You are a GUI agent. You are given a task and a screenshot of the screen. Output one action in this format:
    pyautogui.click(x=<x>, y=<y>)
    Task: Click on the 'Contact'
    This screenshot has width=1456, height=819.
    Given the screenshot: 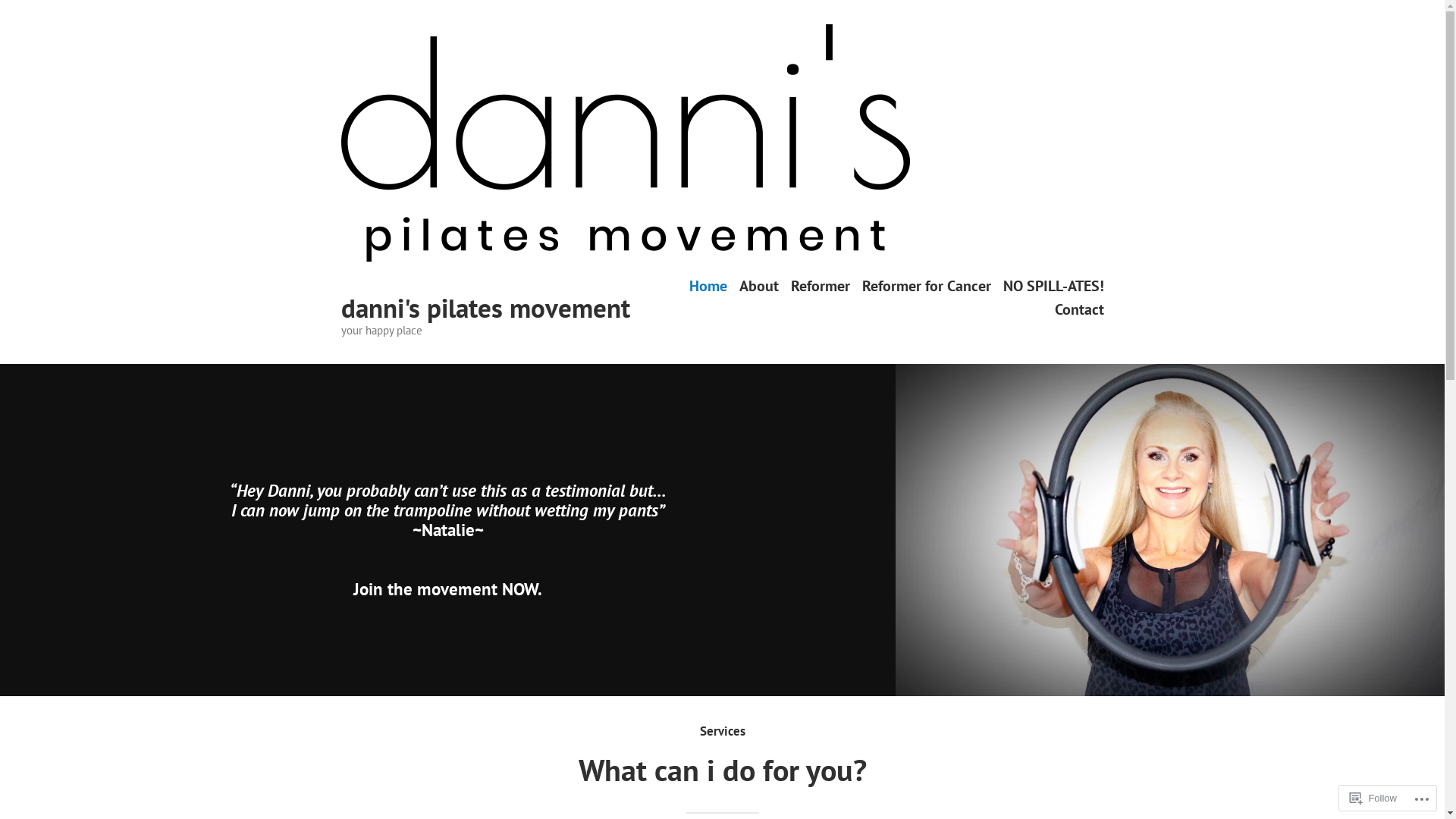 What is the action you would take?
    pyautogui.click(x=1078, y=309)
    